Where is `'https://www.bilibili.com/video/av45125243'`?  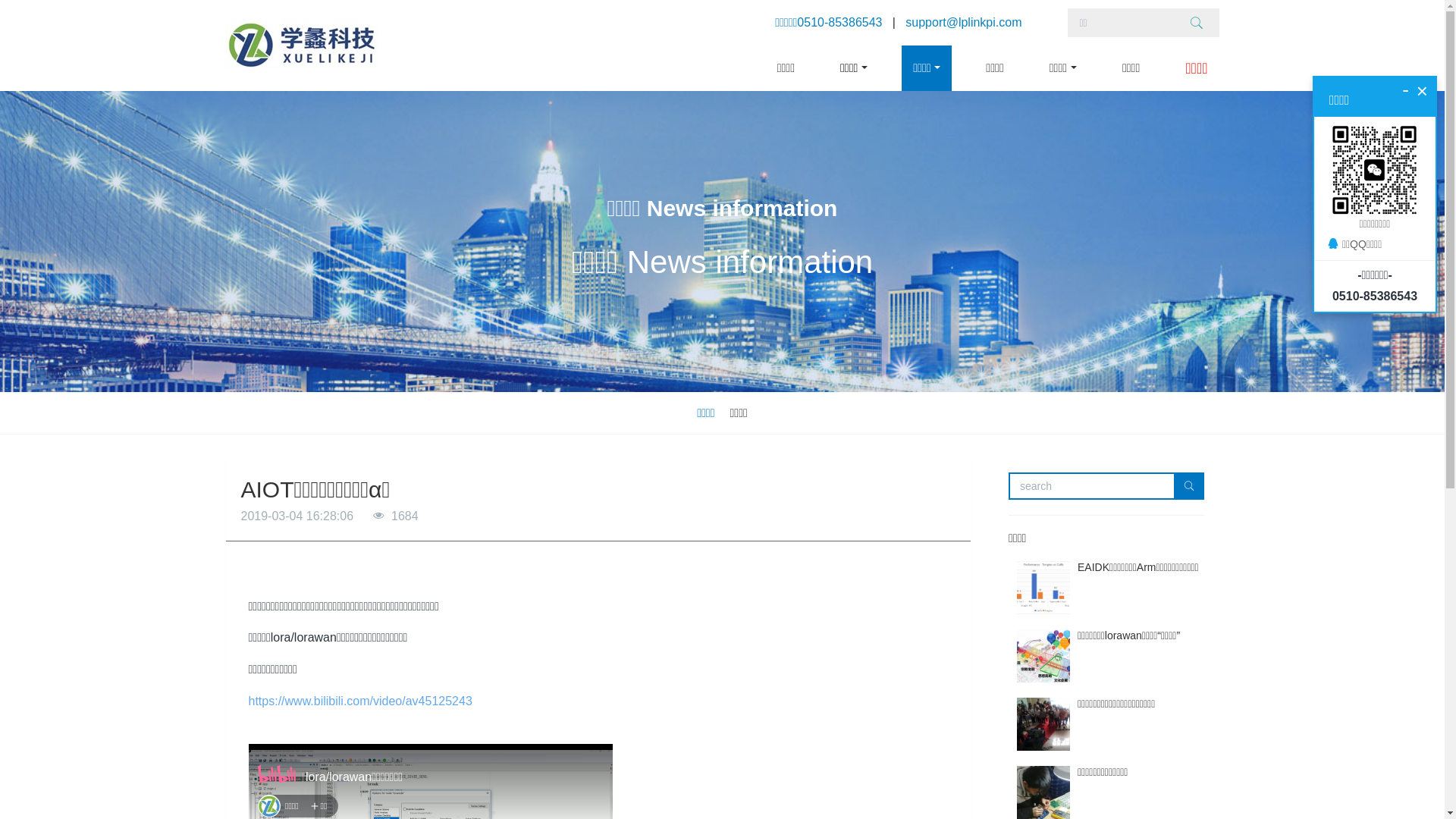
'https://www.bilibili.com/video/av45125243' is located at coordinates (359, 701).